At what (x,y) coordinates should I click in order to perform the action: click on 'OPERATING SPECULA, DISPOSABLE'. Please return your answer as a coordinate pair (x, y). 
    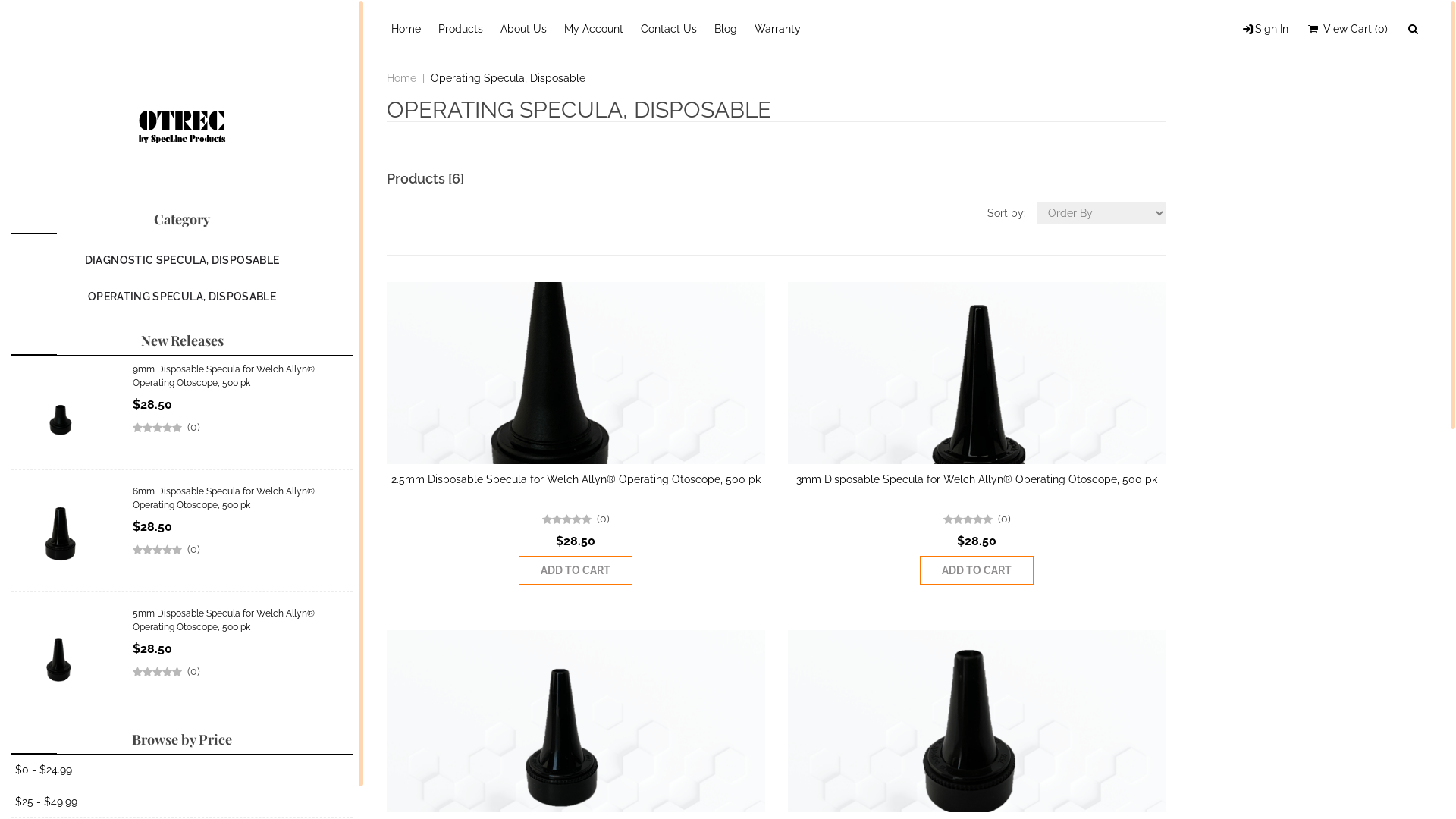
    Looking at the image, I should click on (182, 296).